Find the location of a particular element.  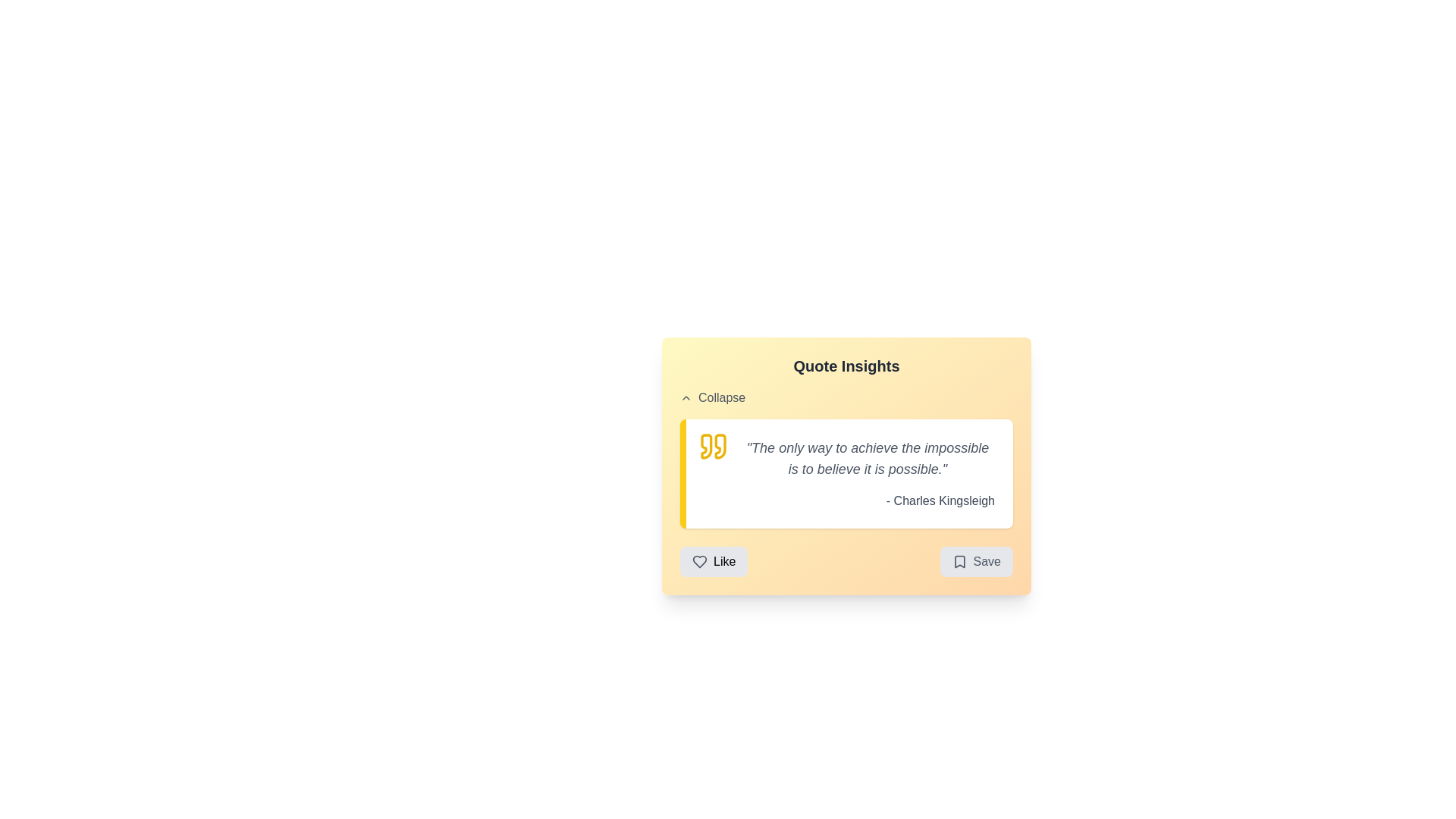

the 'Like' button, a small button with a gray background and a heart icon is located at coordinates (713, 561).